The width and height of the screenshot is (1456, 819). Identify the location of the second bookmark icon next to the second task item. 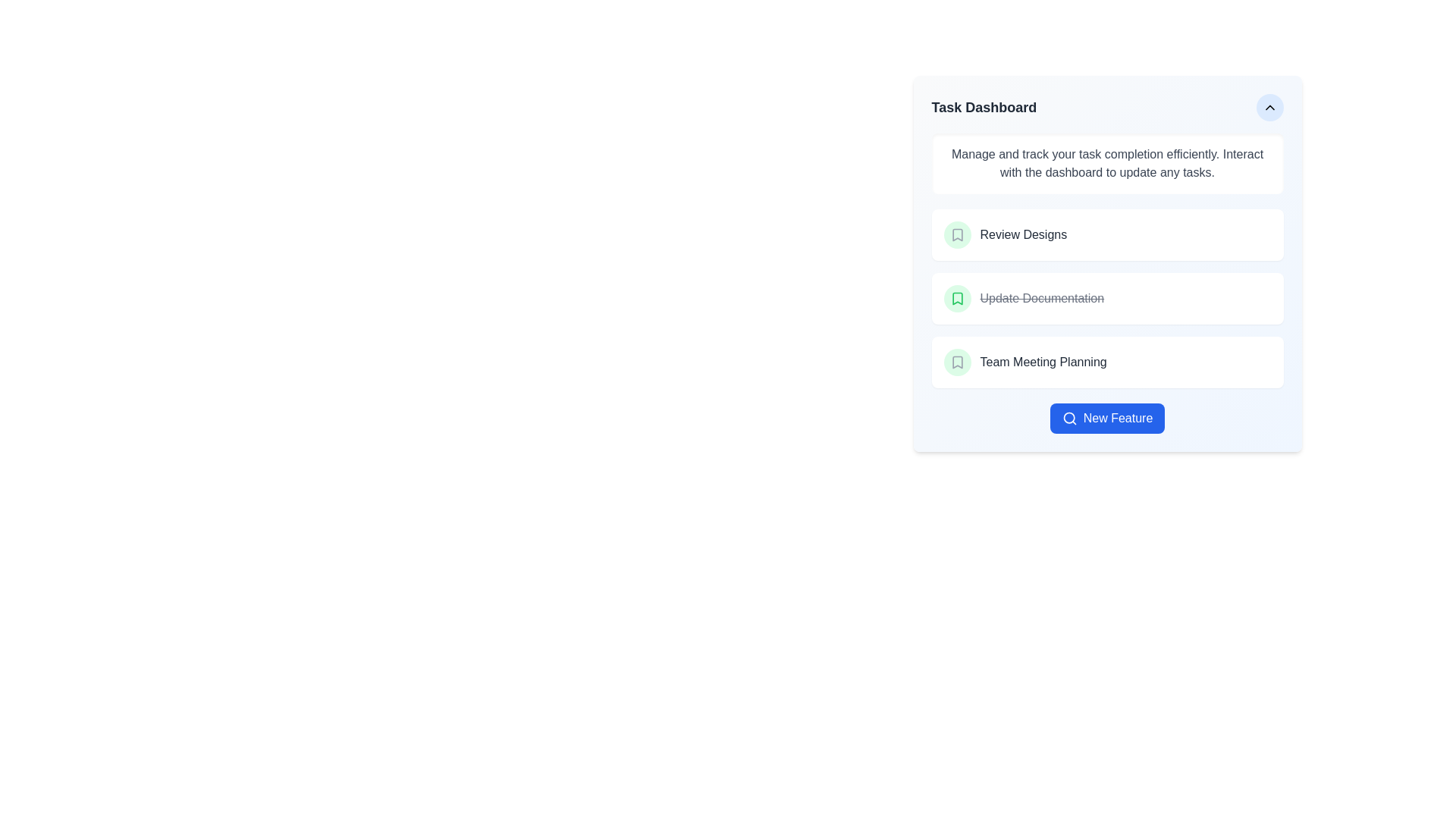
(956, 298).